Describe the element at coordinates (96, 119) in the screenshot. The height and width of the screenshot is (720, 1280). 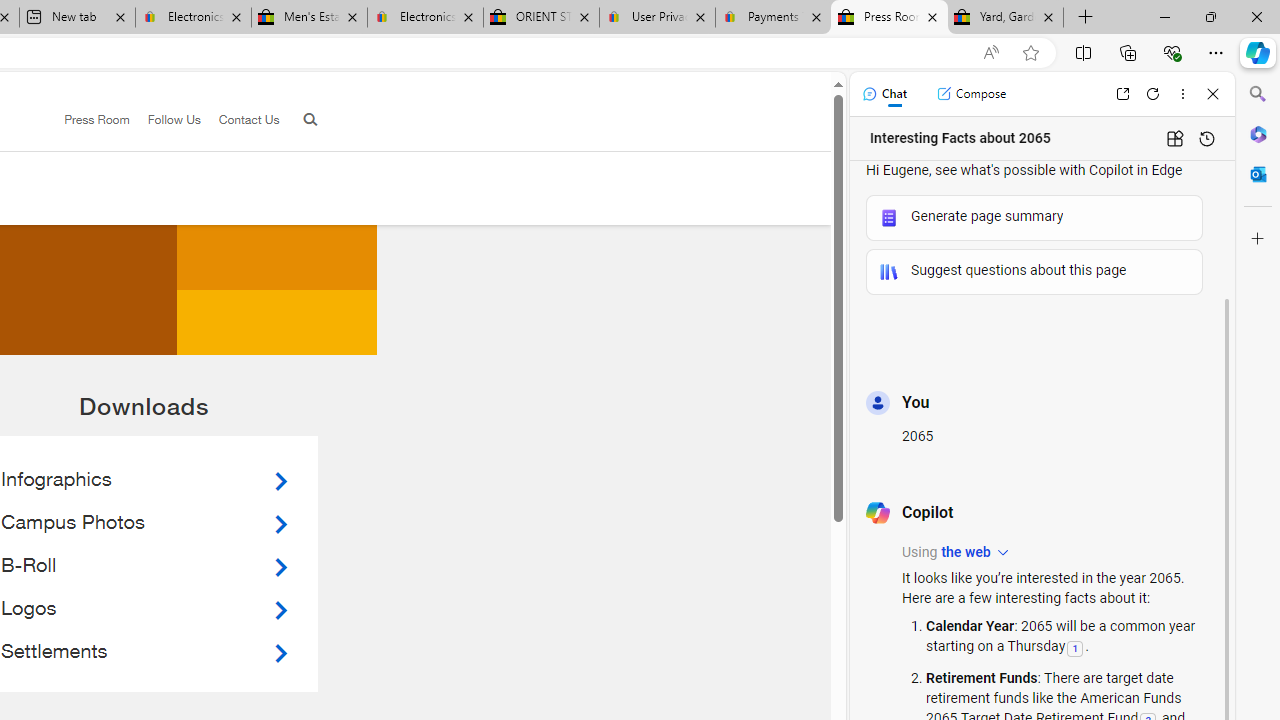
I see `'Press Room'` at that location.